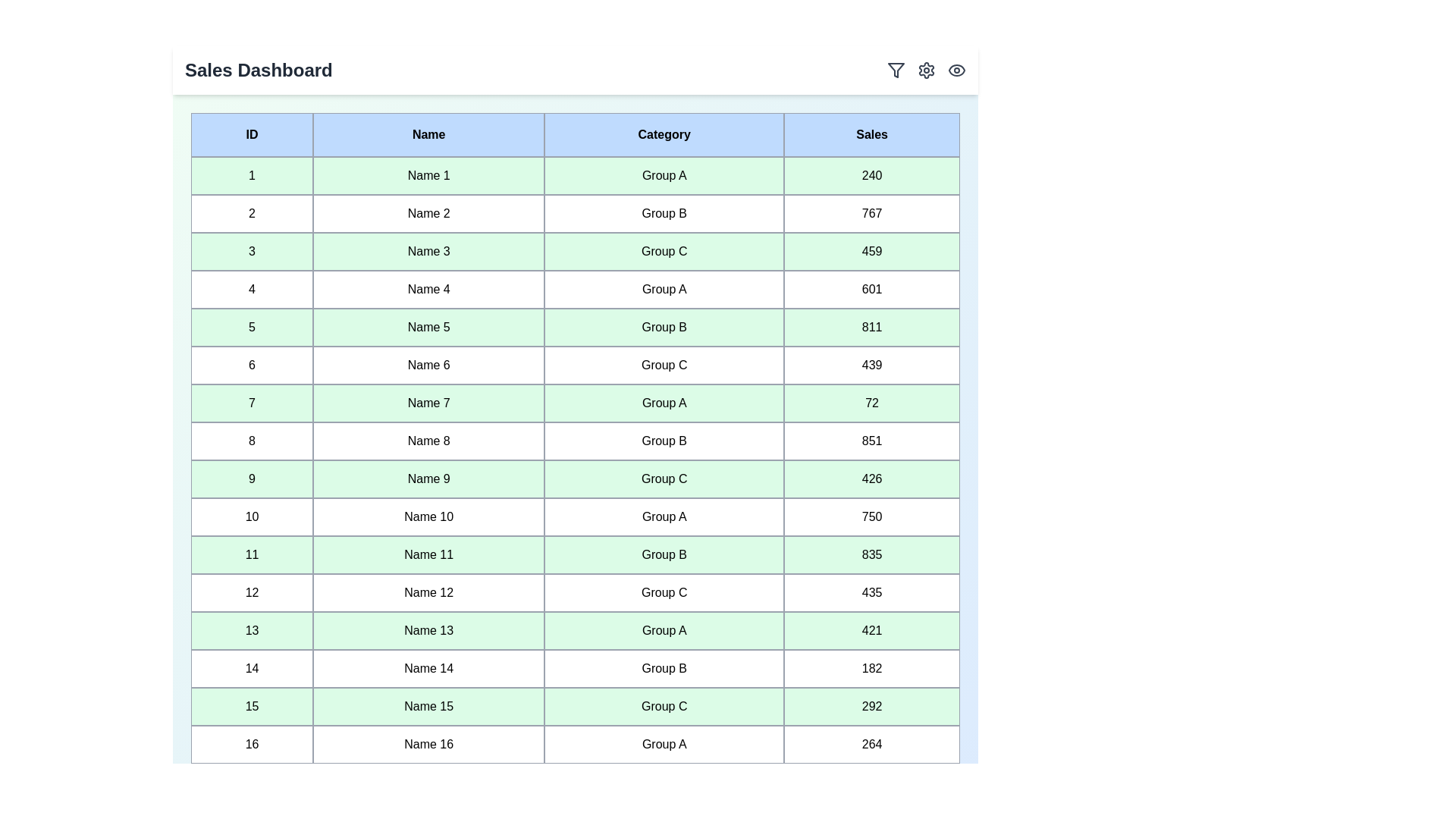  What do you see at coordinates (251, 133) in the screenshot?
I see `the header of the column ID to sort the table by that column` at bounding box center [251, 133].